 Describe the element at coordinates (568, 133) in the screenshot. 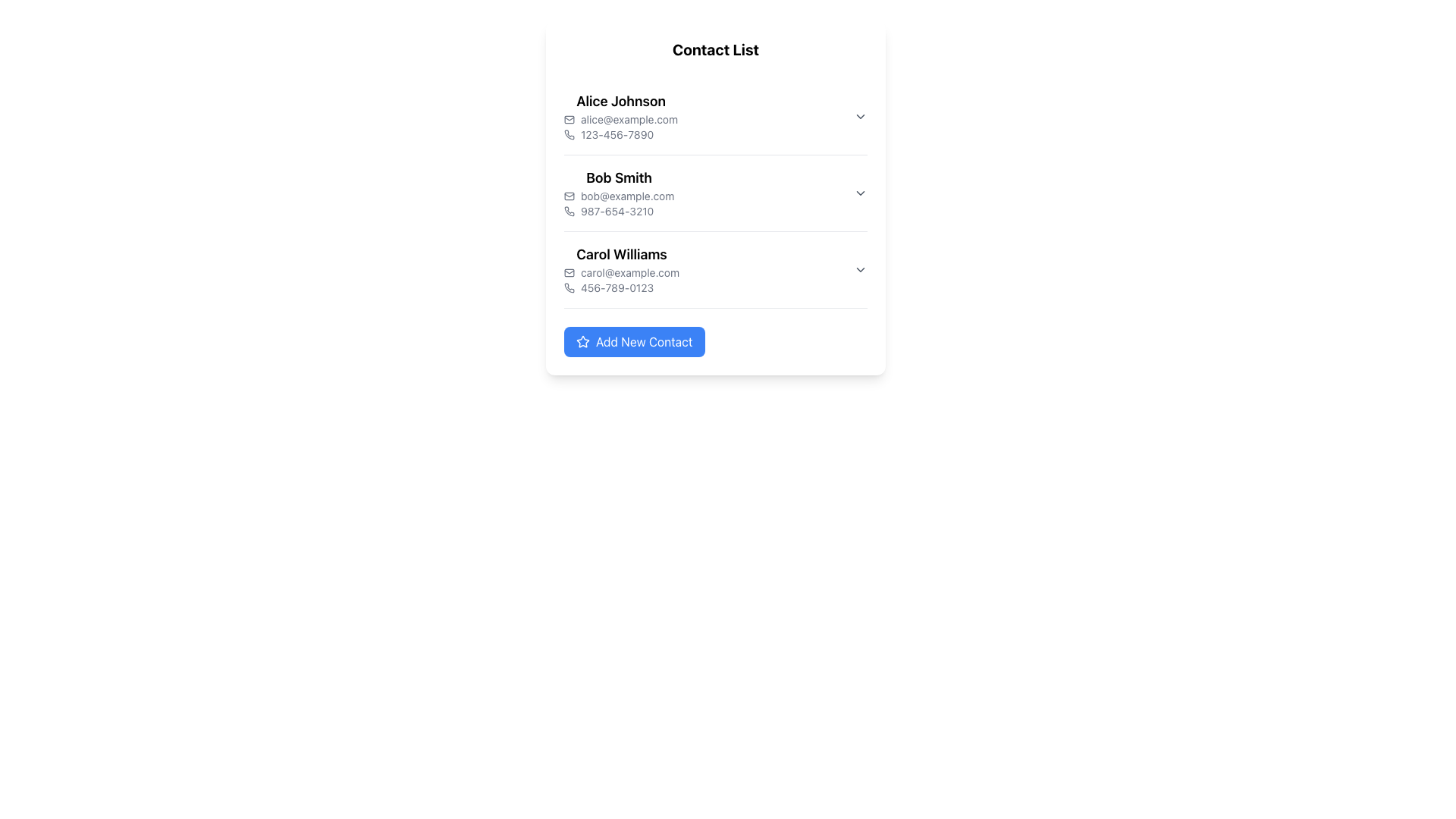

I see `the phone icon, which is styled with a monochromatic outline and located to the left of the text '123-456-7890' in the contact list UI` at that location.